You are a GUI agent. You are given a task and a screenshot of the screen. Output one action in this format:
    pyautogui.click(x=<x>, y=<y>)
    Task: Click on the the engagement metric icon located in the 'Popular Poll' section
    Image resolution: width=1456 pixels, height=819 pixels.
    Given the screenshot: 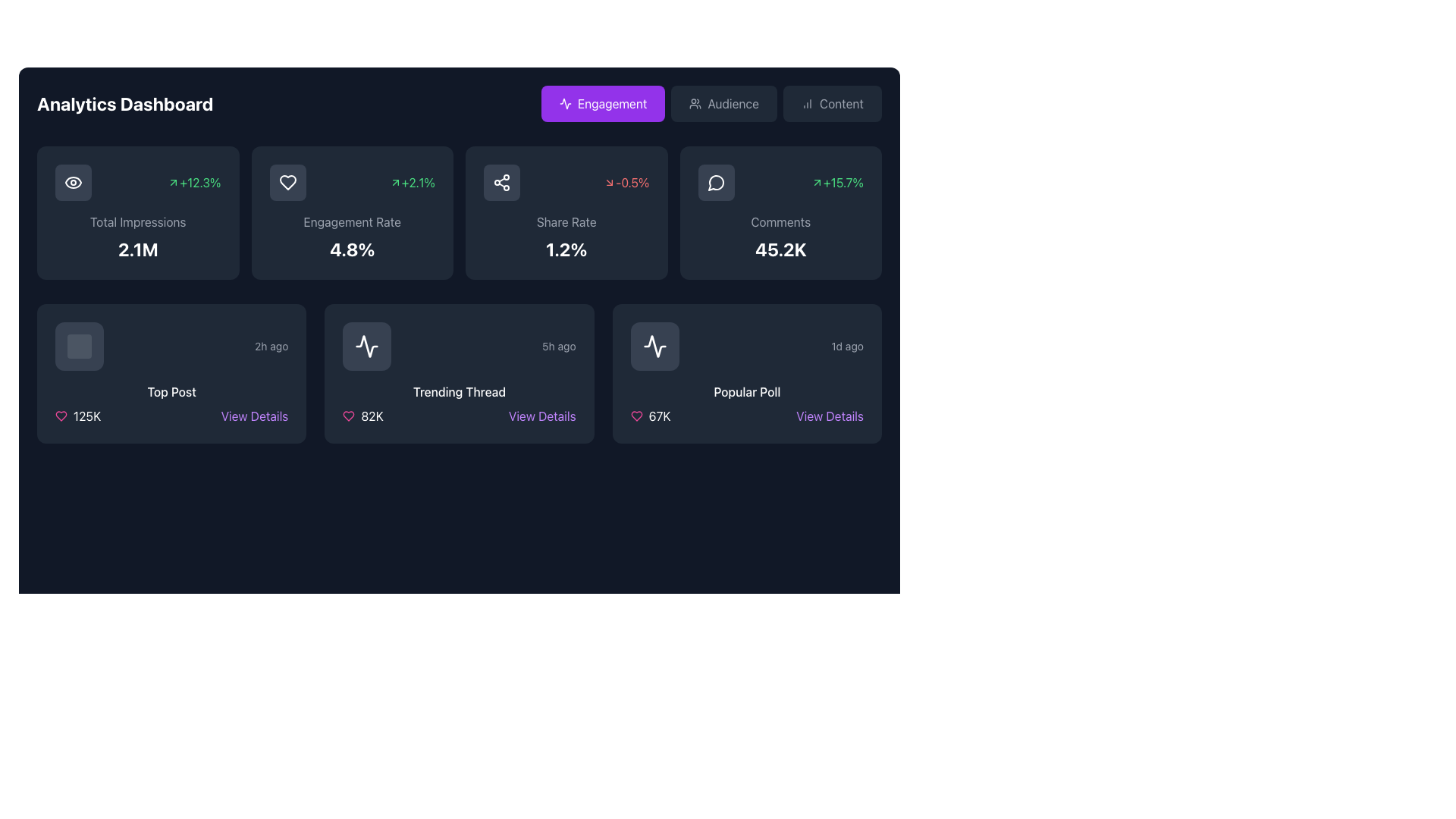 What is the action you would take?
    pyautogui.click(x=654, y=346)
    